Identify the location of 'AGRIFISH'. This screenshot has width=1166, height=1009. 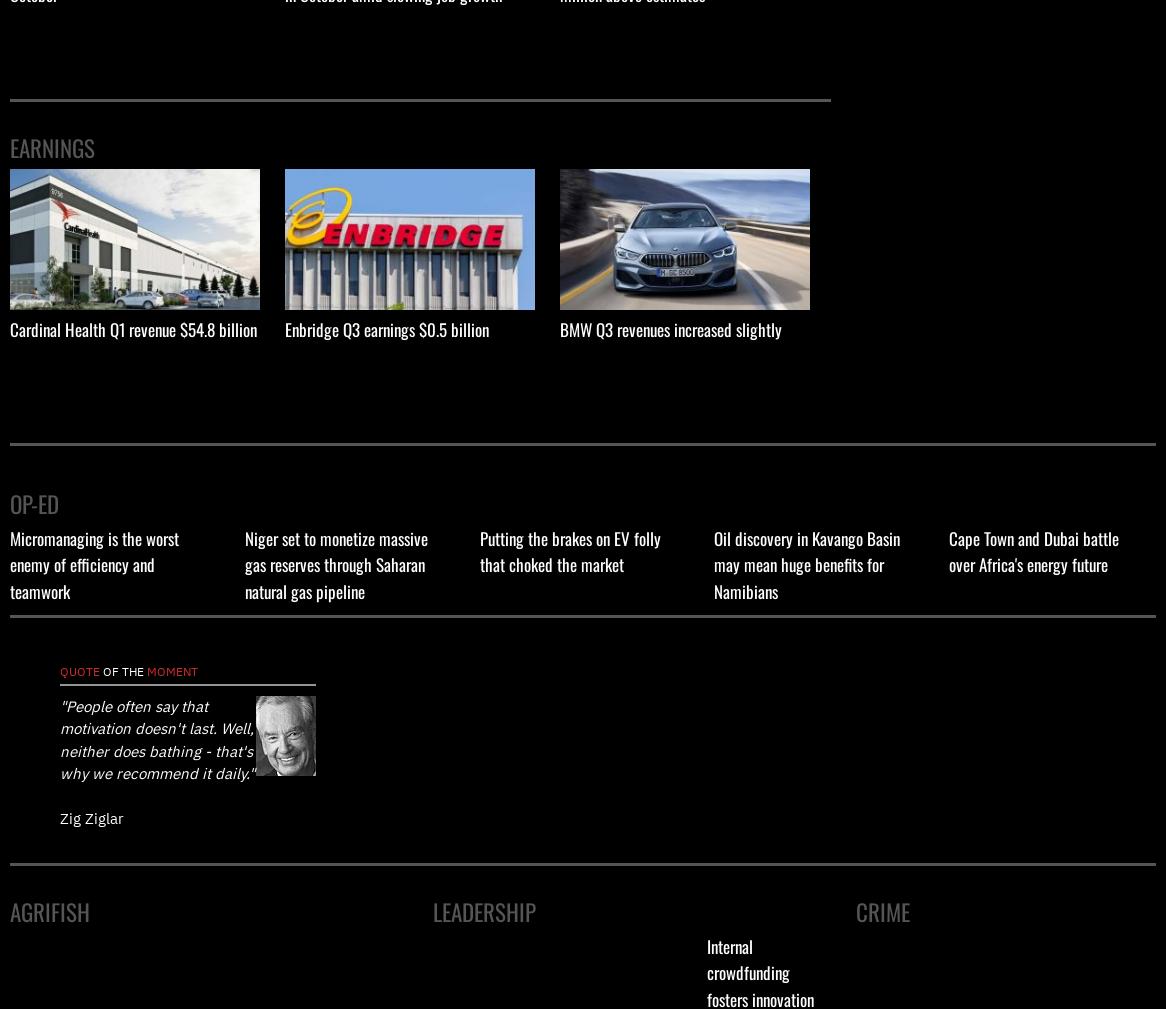
(50, 912).